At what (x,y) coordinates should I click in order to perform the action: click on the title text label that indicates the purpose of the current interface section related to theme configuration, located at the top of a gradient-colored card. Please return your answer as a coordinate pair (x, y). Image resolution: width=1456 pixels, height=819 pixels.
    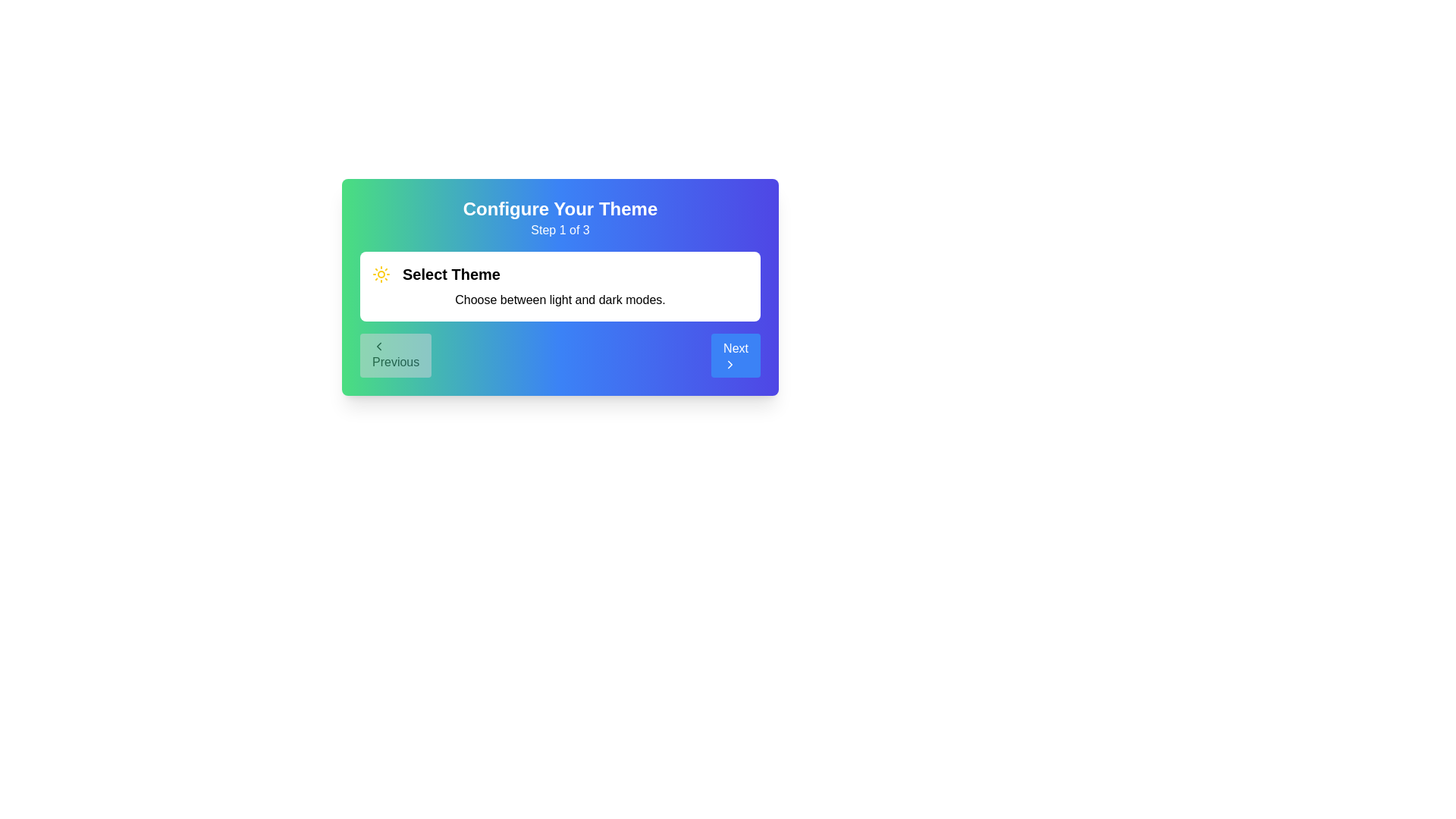
    Looking at the image, I should click on (560, 209).